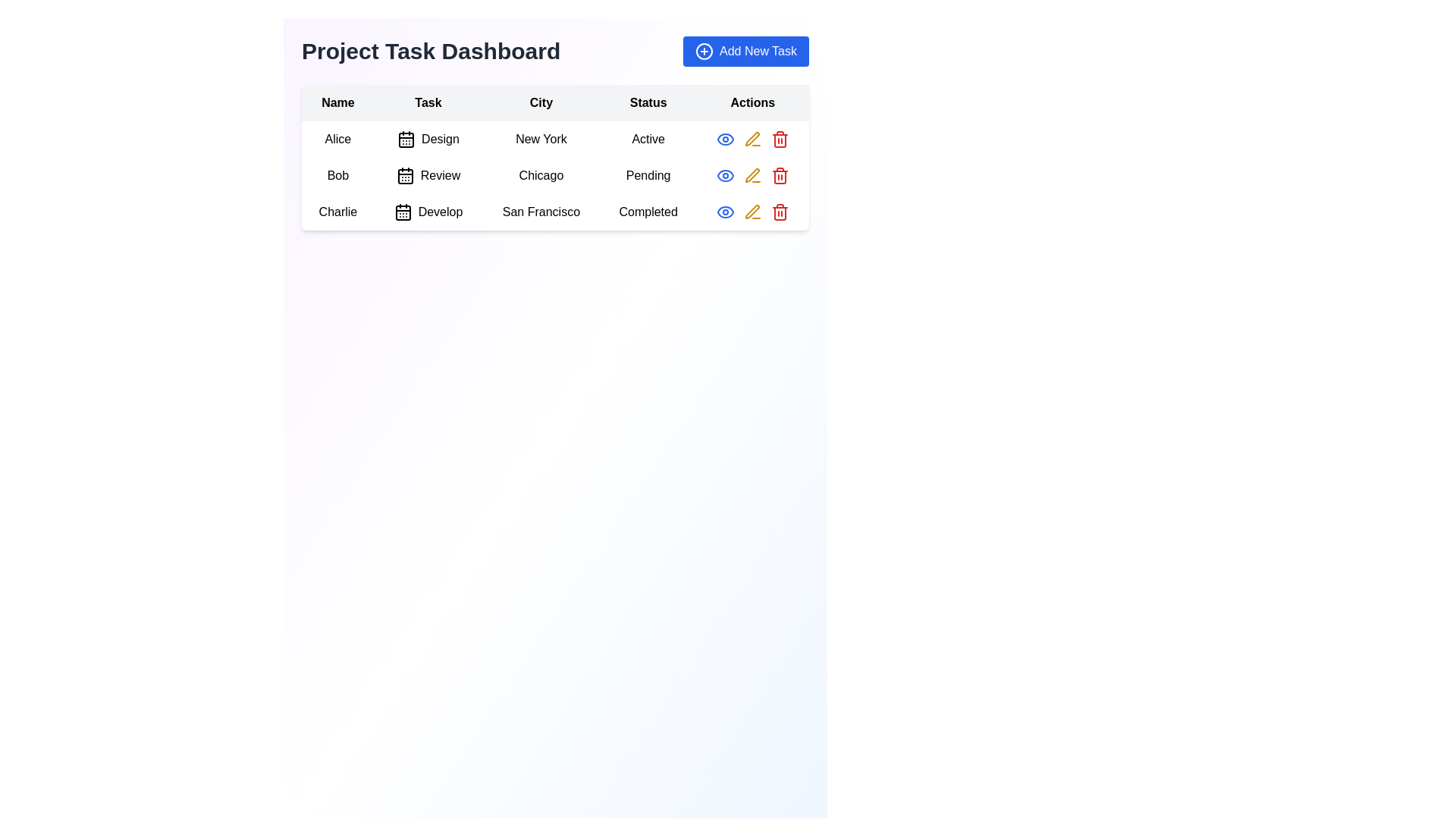 This screenshot has height=819, width=1456. I want to click on the calendar icon located in the second row under the 'Task' column, which serves as a visual identifier for the task's timeline or schedule, to interact with adjacent elements, so click(405, 175).